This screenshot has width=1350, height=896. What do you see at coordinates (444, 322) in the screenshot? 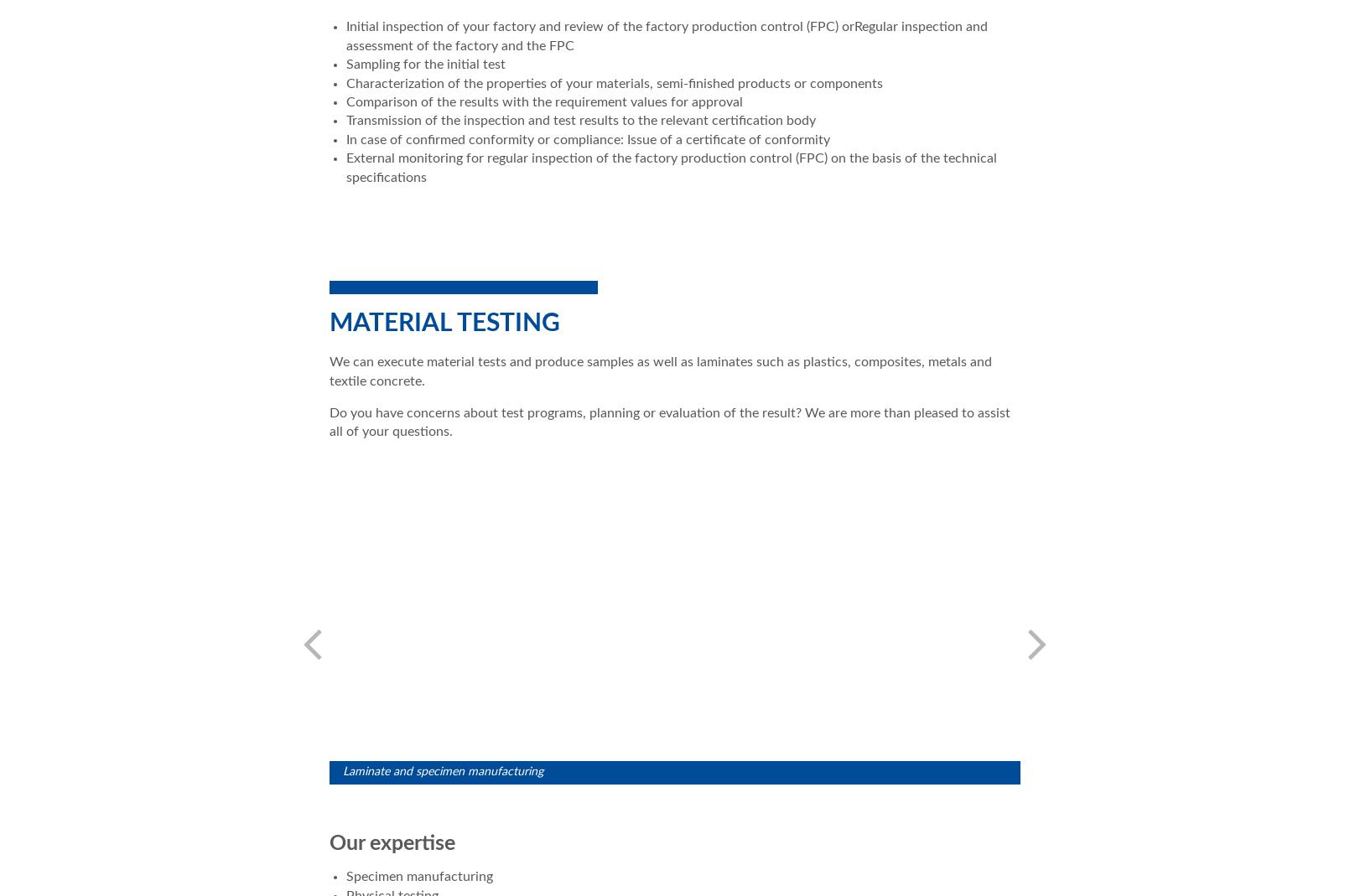
I see `'MATERIAL TESTING'` at bounding box center [444, 322].